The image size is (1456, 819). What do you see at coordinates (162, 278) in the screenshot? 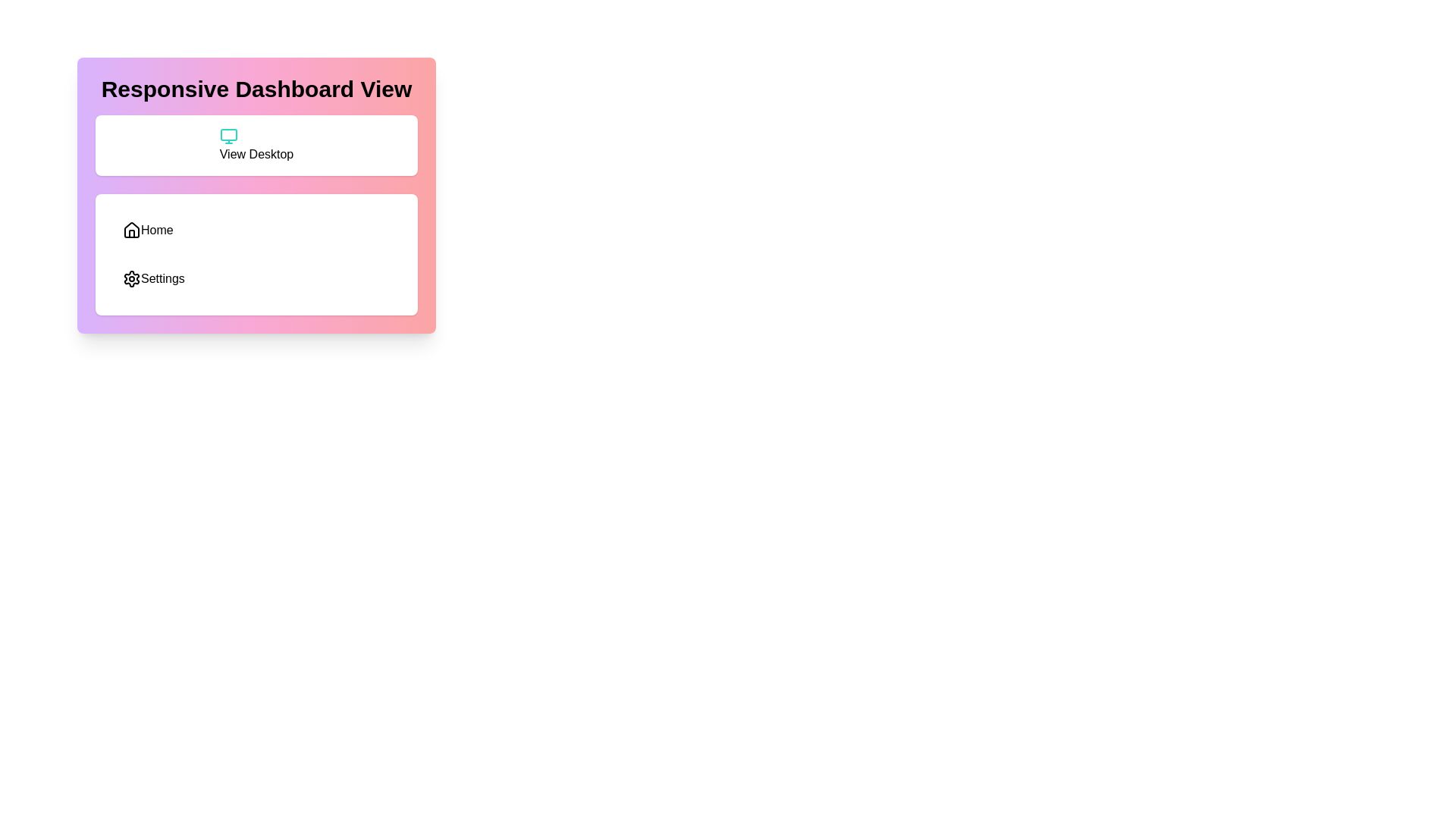
I see `the 'Settings' text label, which is bold and black, positioned to the right of a gear icon in the vertical menu of the card layout` at bounding box center [162, 278].